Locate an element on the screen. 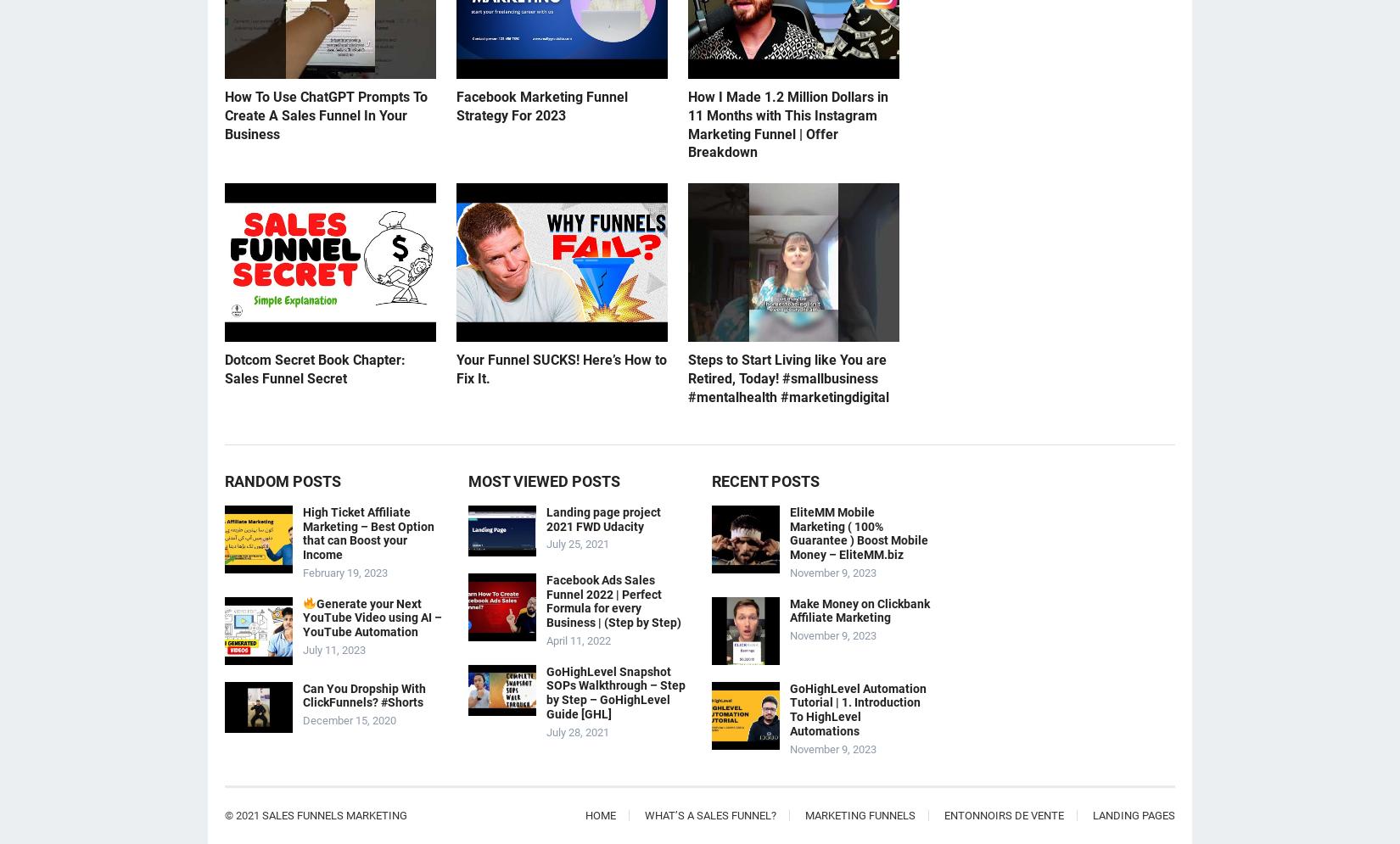 The image size is (1400, 844). 'Facebook Marketing Funnel Strategy For 2023' is located at coordinates (541, 105).